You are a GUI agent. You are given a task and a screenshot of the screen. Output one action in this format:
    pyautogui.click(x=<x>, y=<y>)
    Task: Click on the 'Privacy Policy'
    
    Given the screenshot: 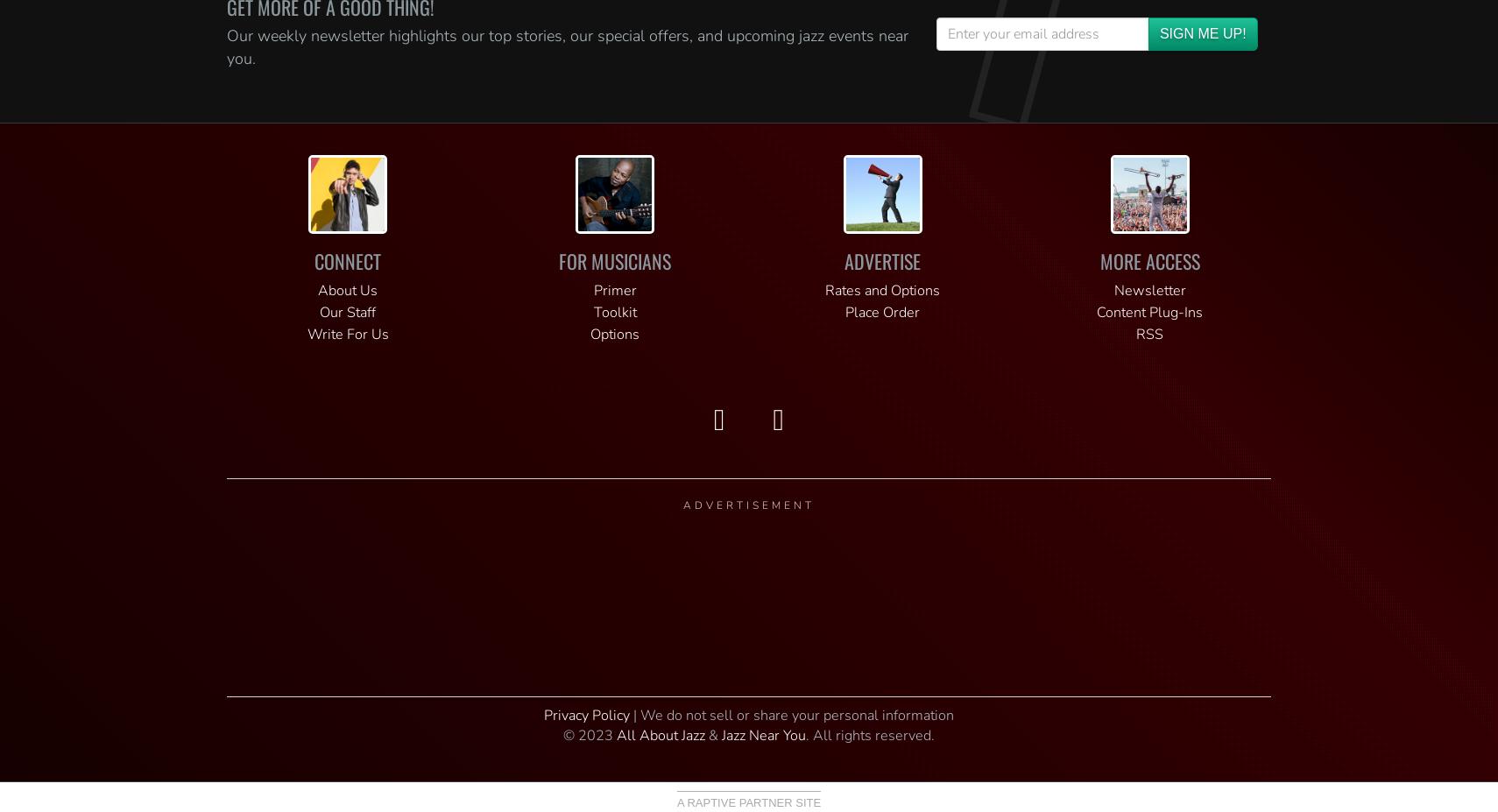 What is the action you would take?
    pyautogui.click(x=586, y=715)
    